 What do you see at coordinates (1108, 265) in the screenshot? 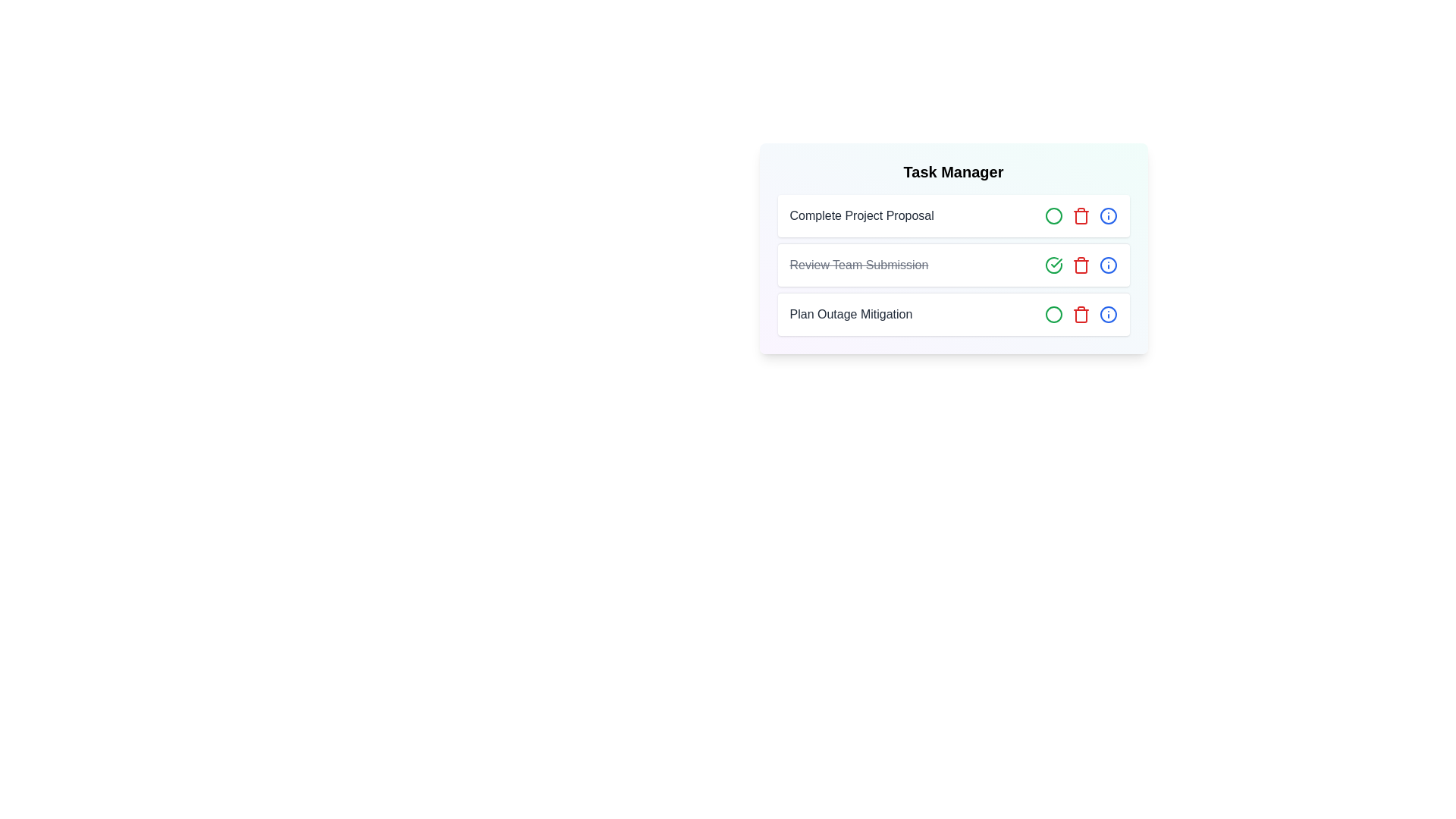
I see `'Info' button for the task titled 'Review Team Submission'` at bounding box center [1108, 265].